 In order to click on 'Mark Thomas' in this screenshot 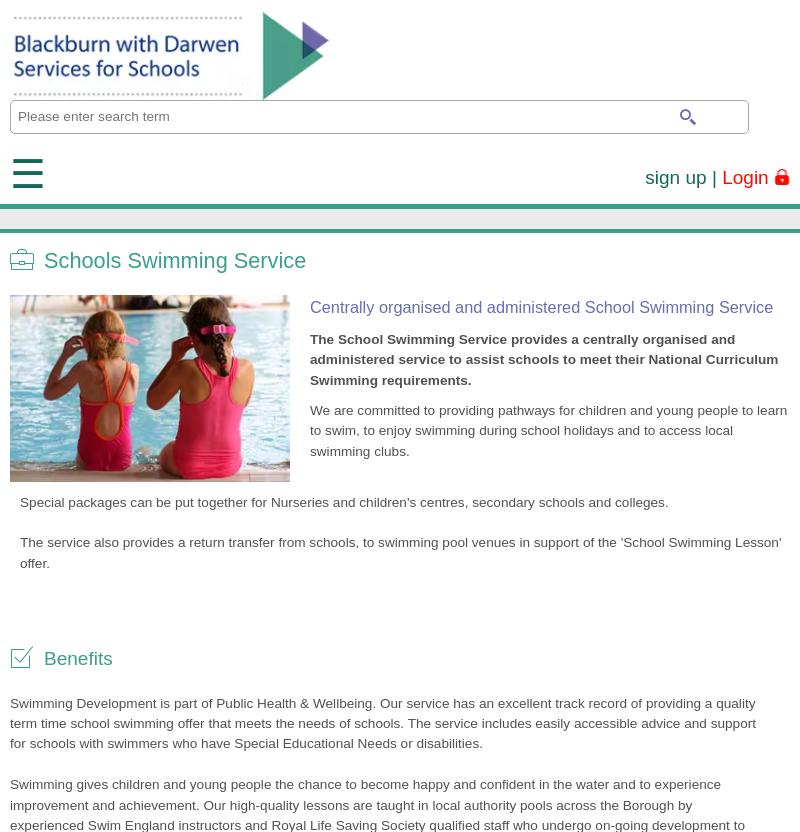, I will do `click(50, 809)`.